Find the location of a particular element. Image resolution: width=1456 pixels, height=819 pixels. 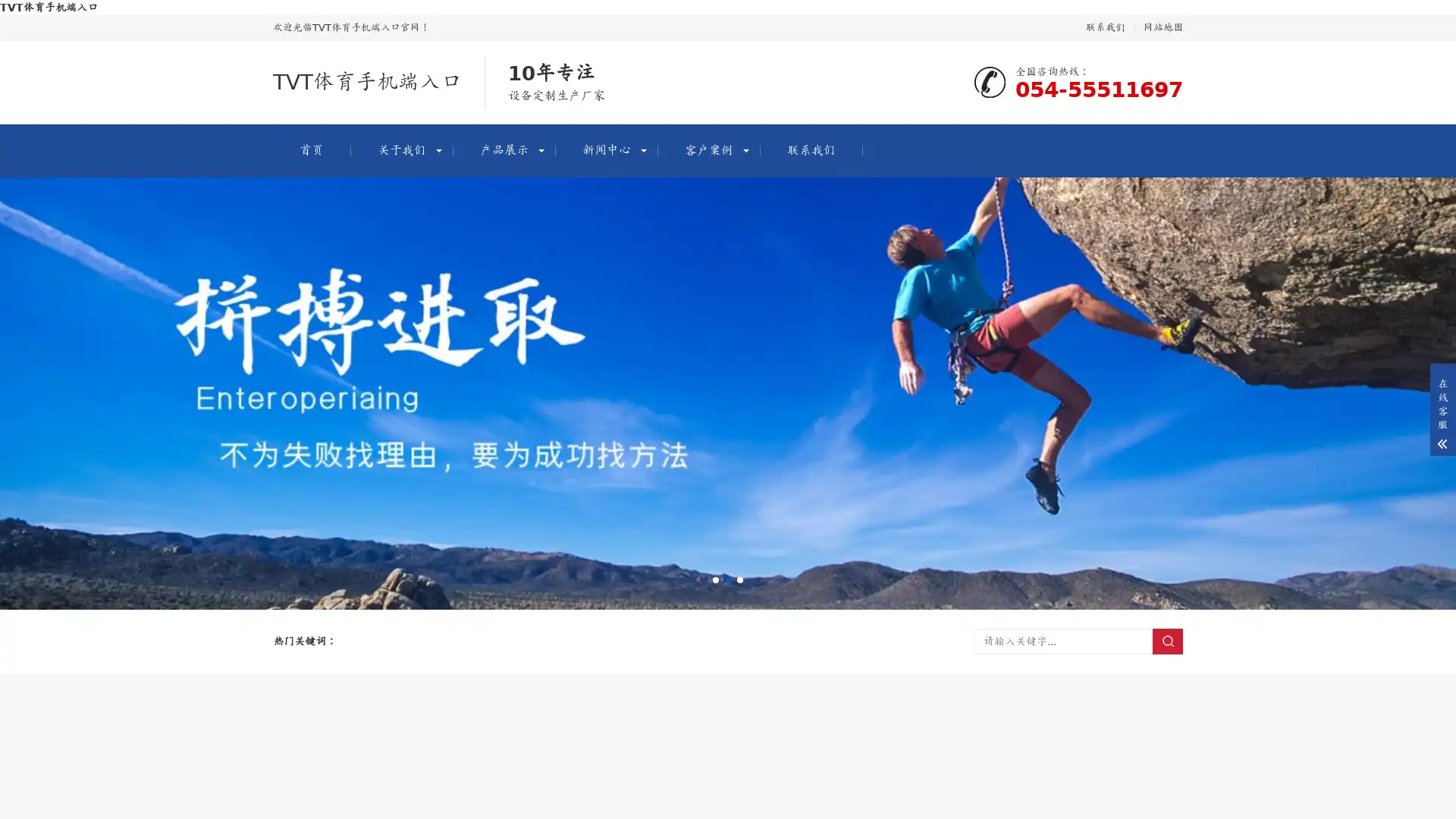

Go to slide 2 is located at coordinates (728, 579).